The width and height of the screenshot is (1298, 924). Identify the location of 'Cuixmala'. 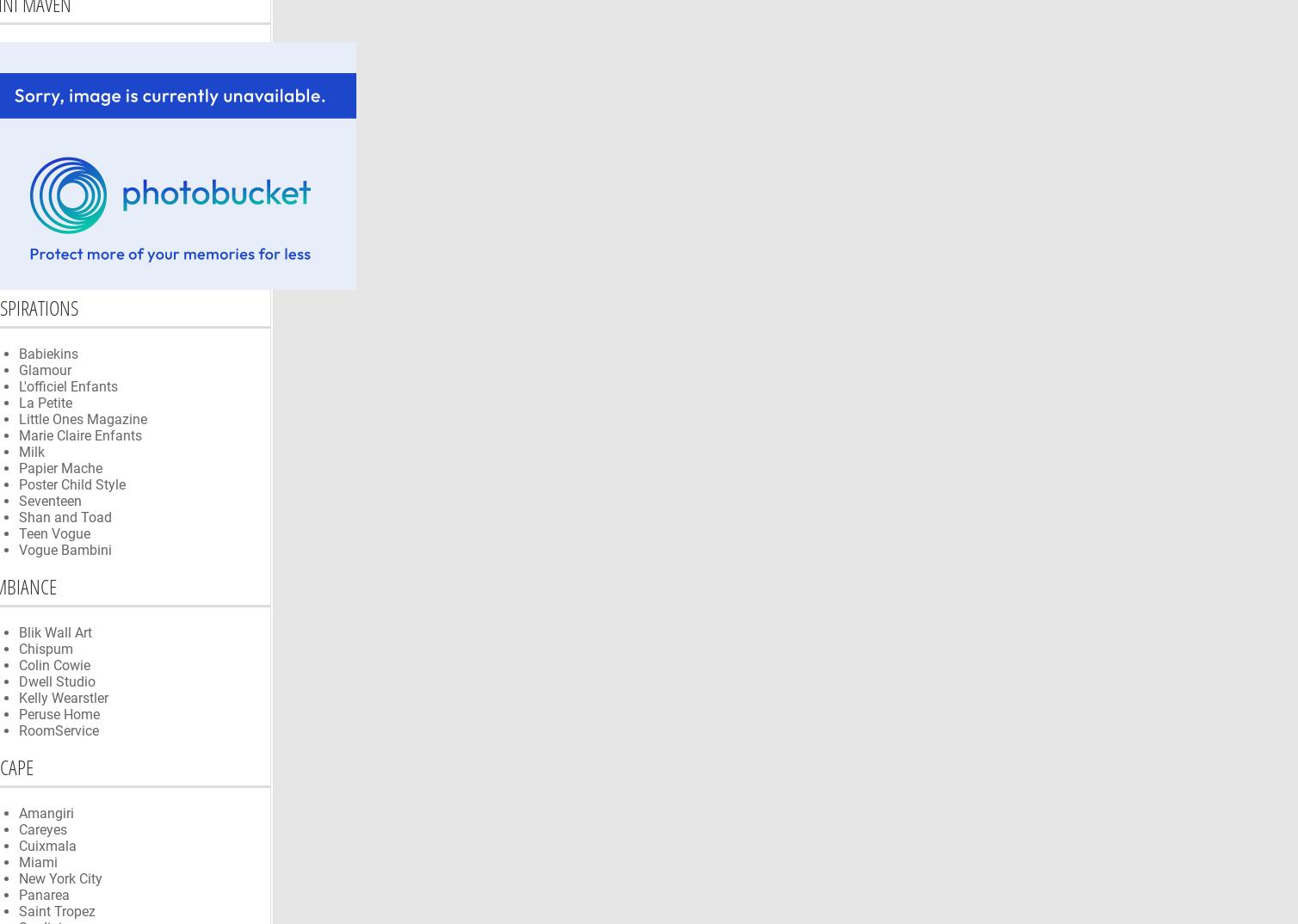
(19, 844).